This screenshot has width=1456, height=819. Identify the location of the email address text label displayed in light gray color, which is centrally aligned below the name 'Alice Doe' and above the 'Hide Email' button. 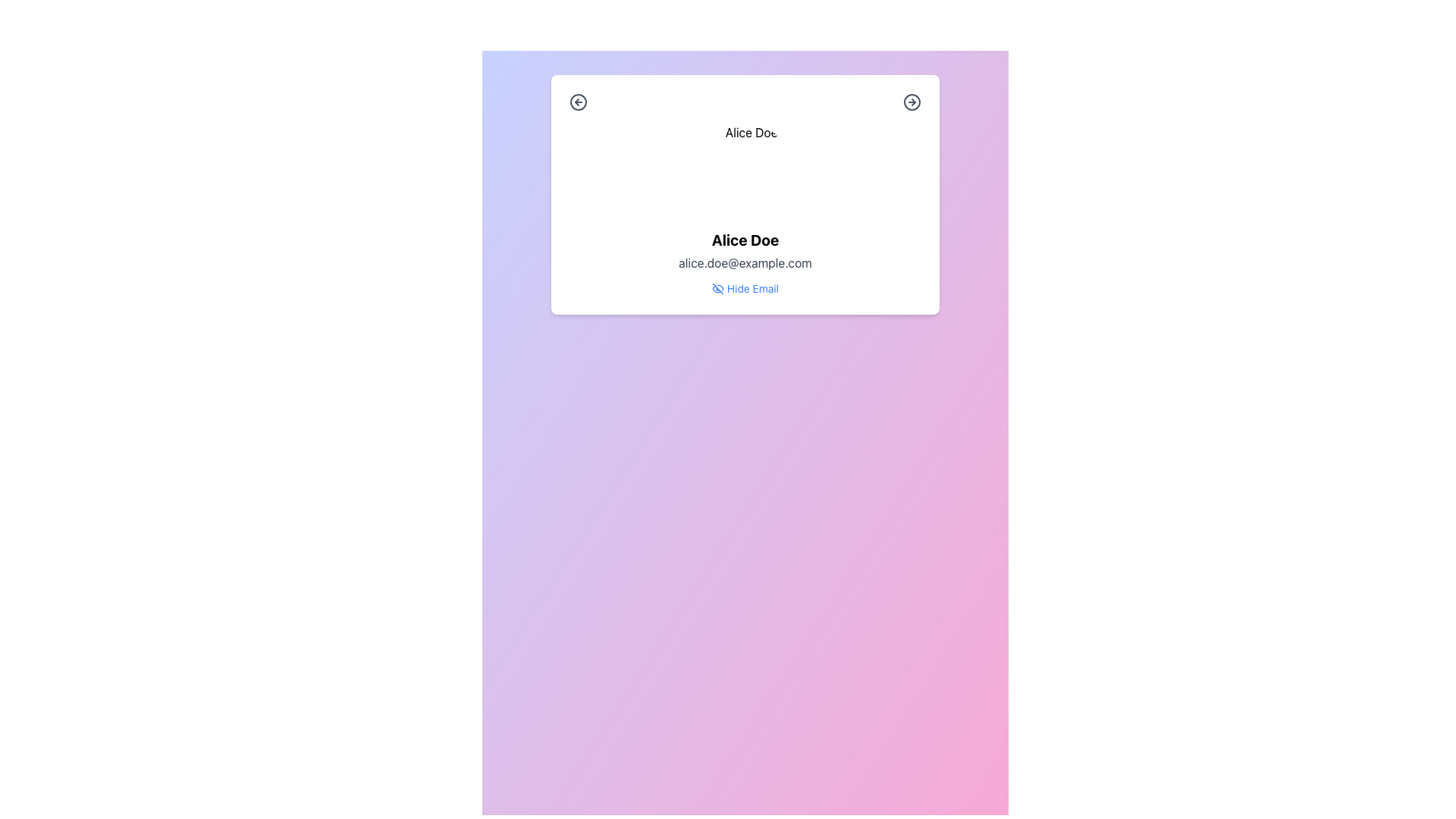
(745, 262).